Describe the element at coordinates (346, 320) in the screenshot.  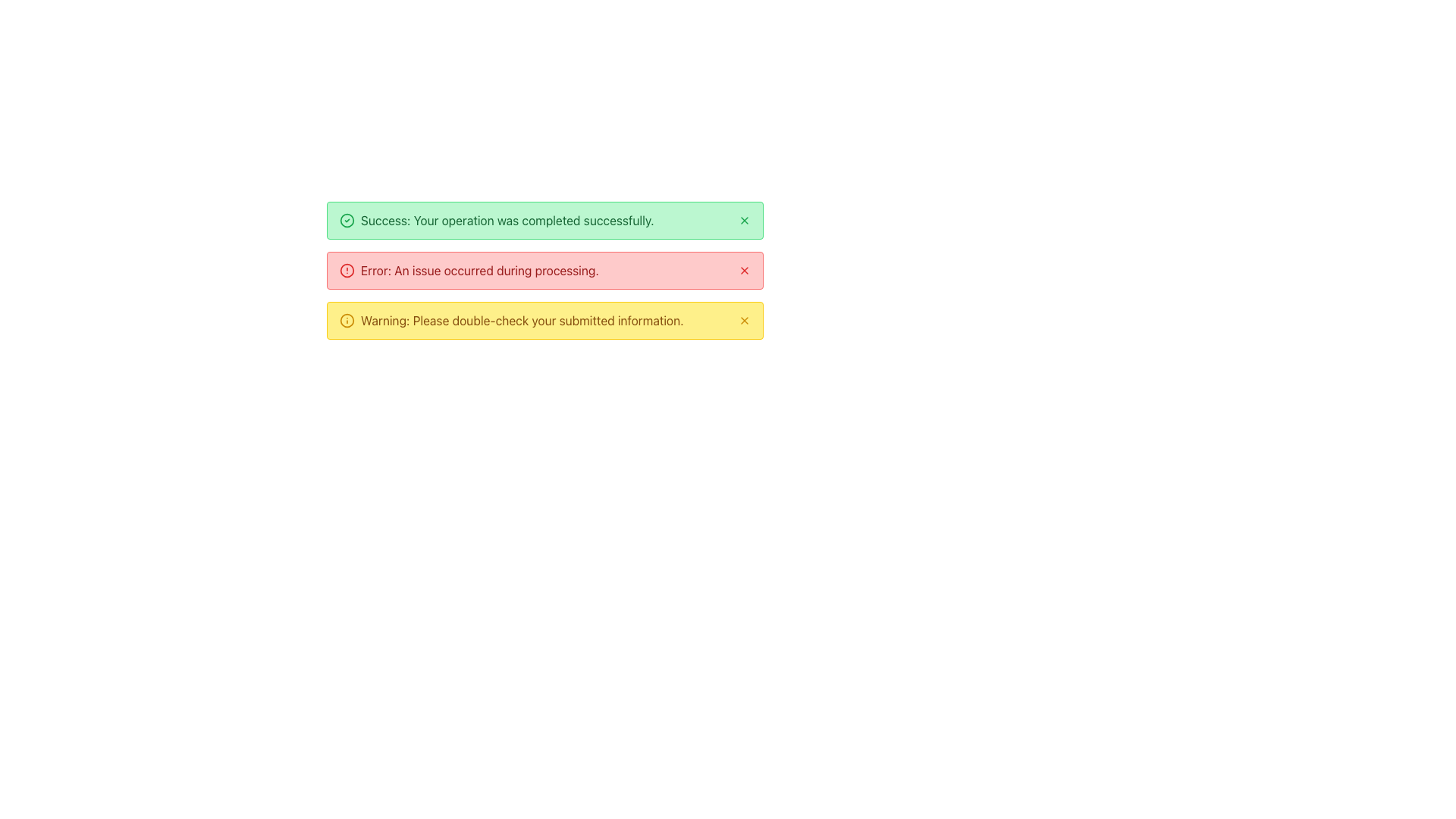
I see `the information icon, which is a circular outline with an inner 'i' figure styled in yellow, located at the far left of the warning message bar that reads, 'Warning: Please double-check your submitted information.'` at that location.